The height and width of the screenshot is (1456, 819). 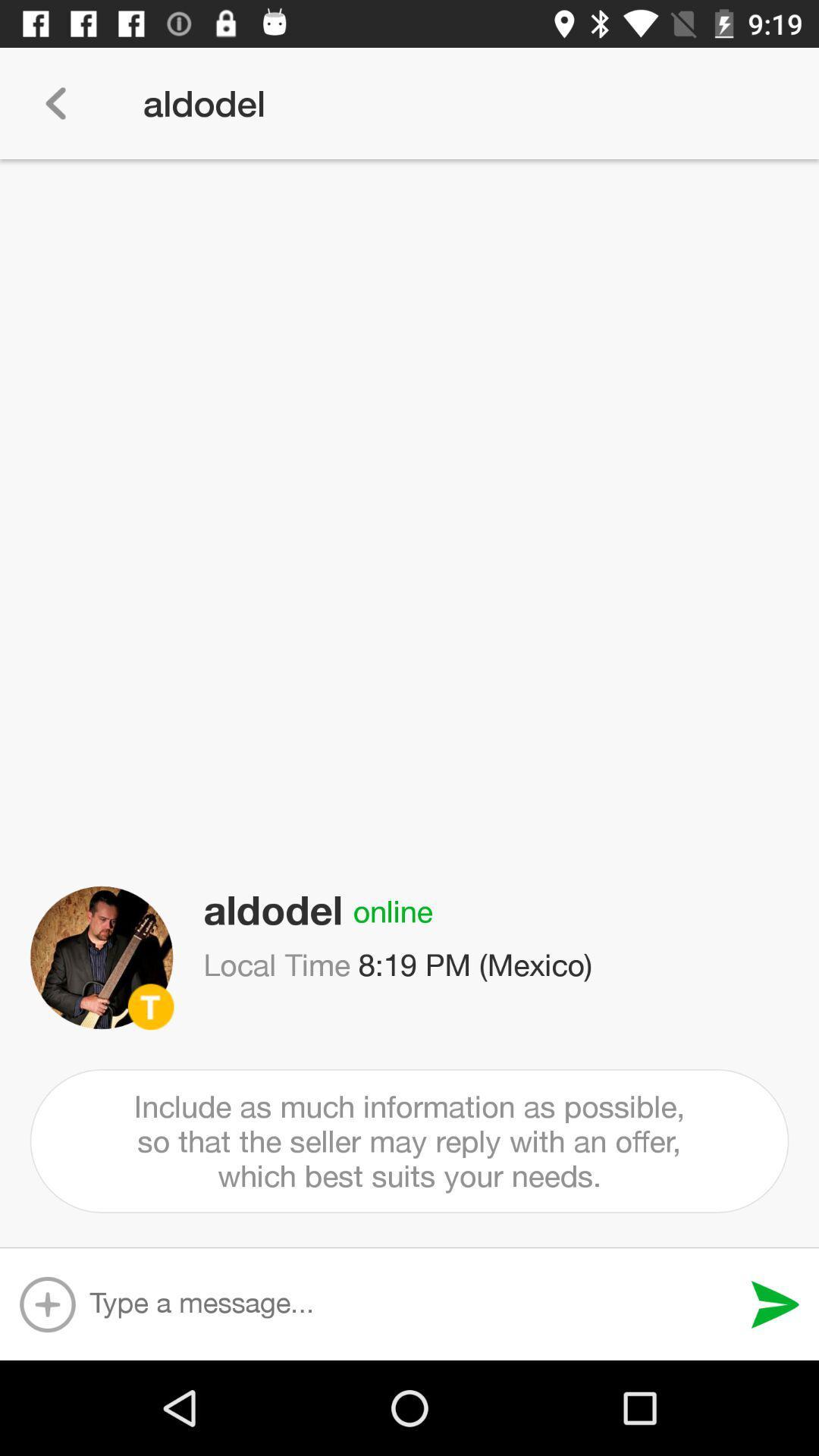 I want to click on the add icon, so click(x=46, y=1304).